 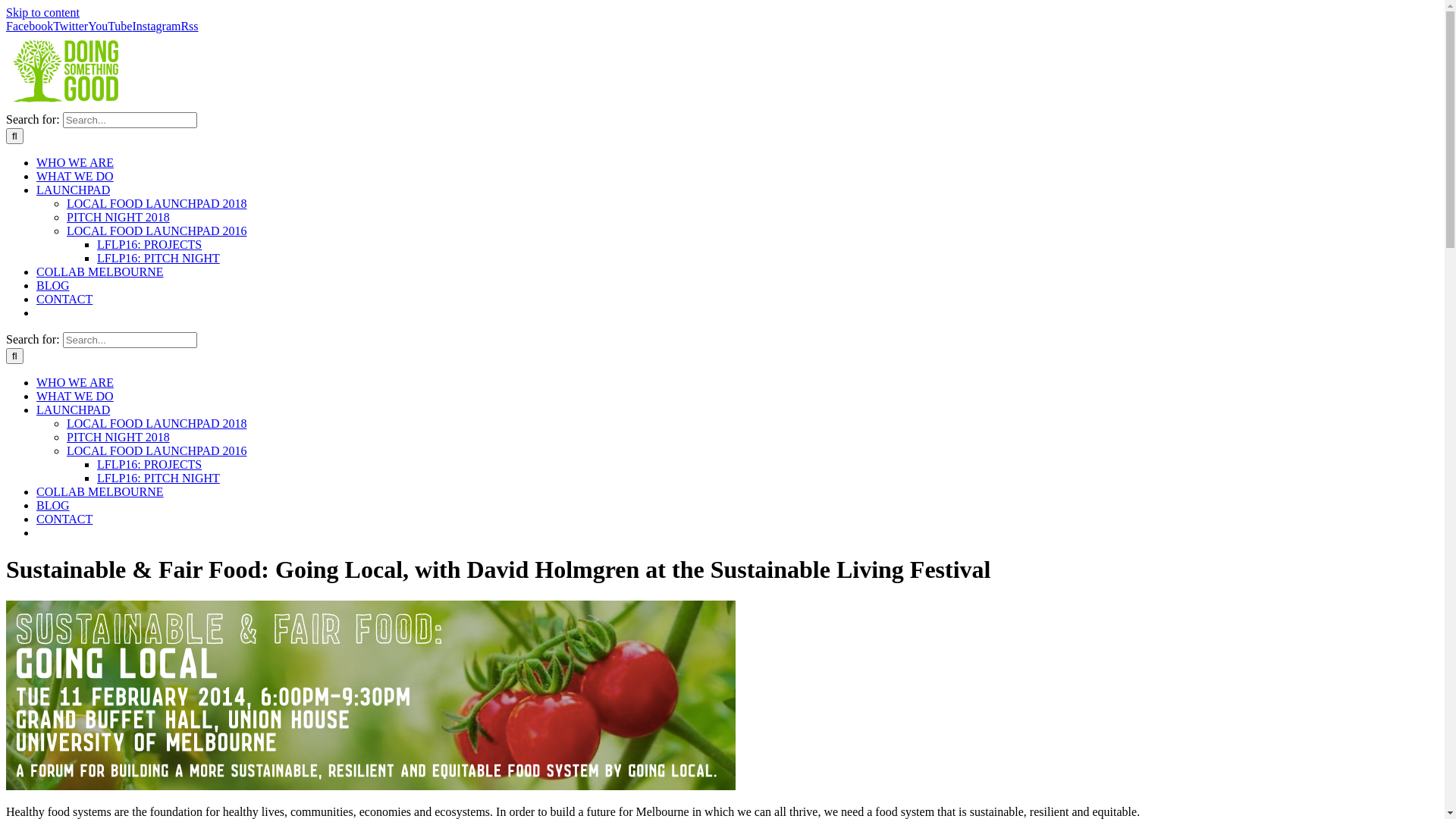 I want to click on 'Instagram', so click(x=156, y=26).